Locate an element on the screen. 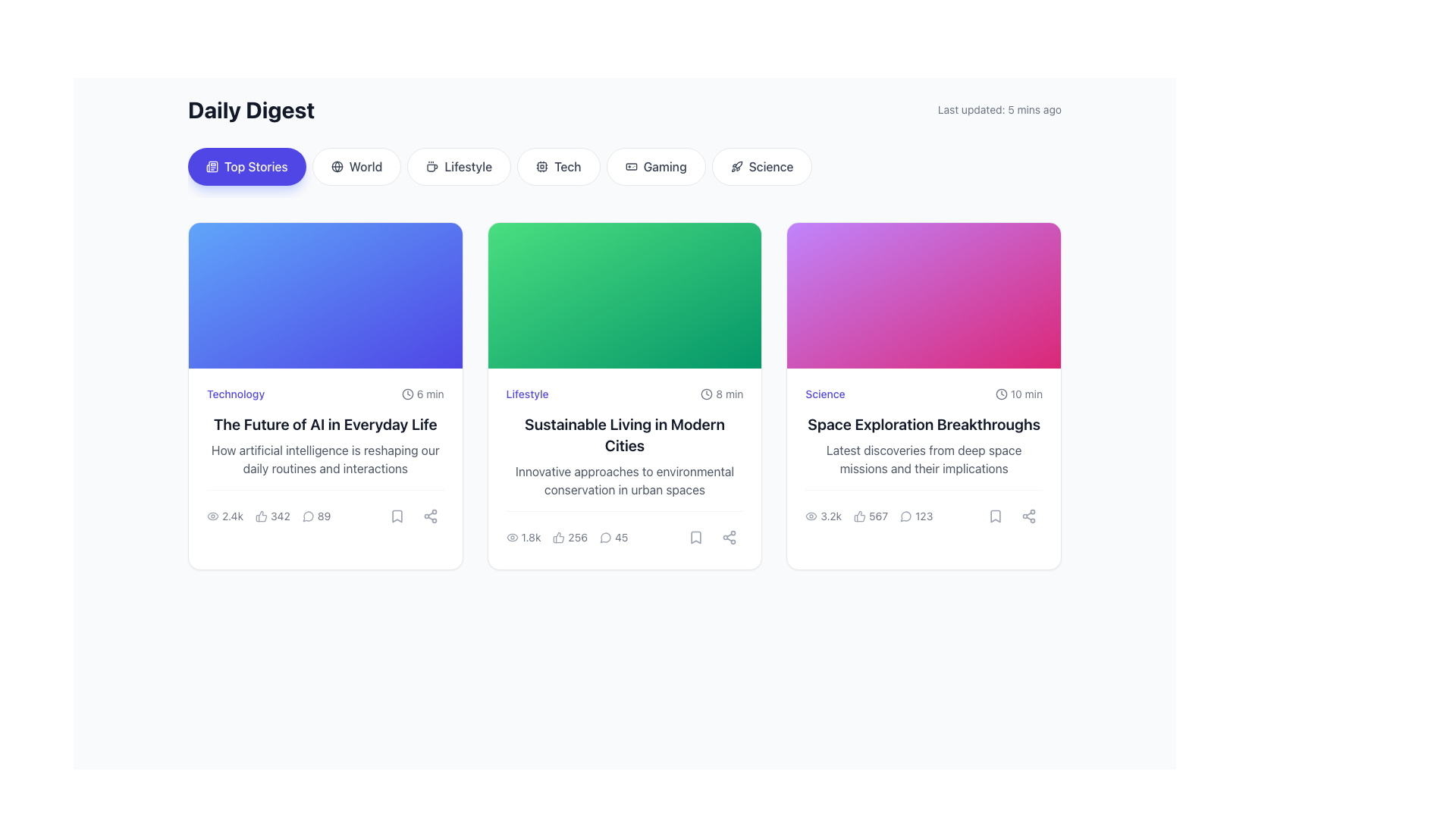 The width and height of the screenshot is (1456, 819). the Text Header that indicates the theme or purpose of the content, positioned at the top-left corner of the interface, next to 'Last updated: 5 mins ago' is located at coordinates (251, 109).